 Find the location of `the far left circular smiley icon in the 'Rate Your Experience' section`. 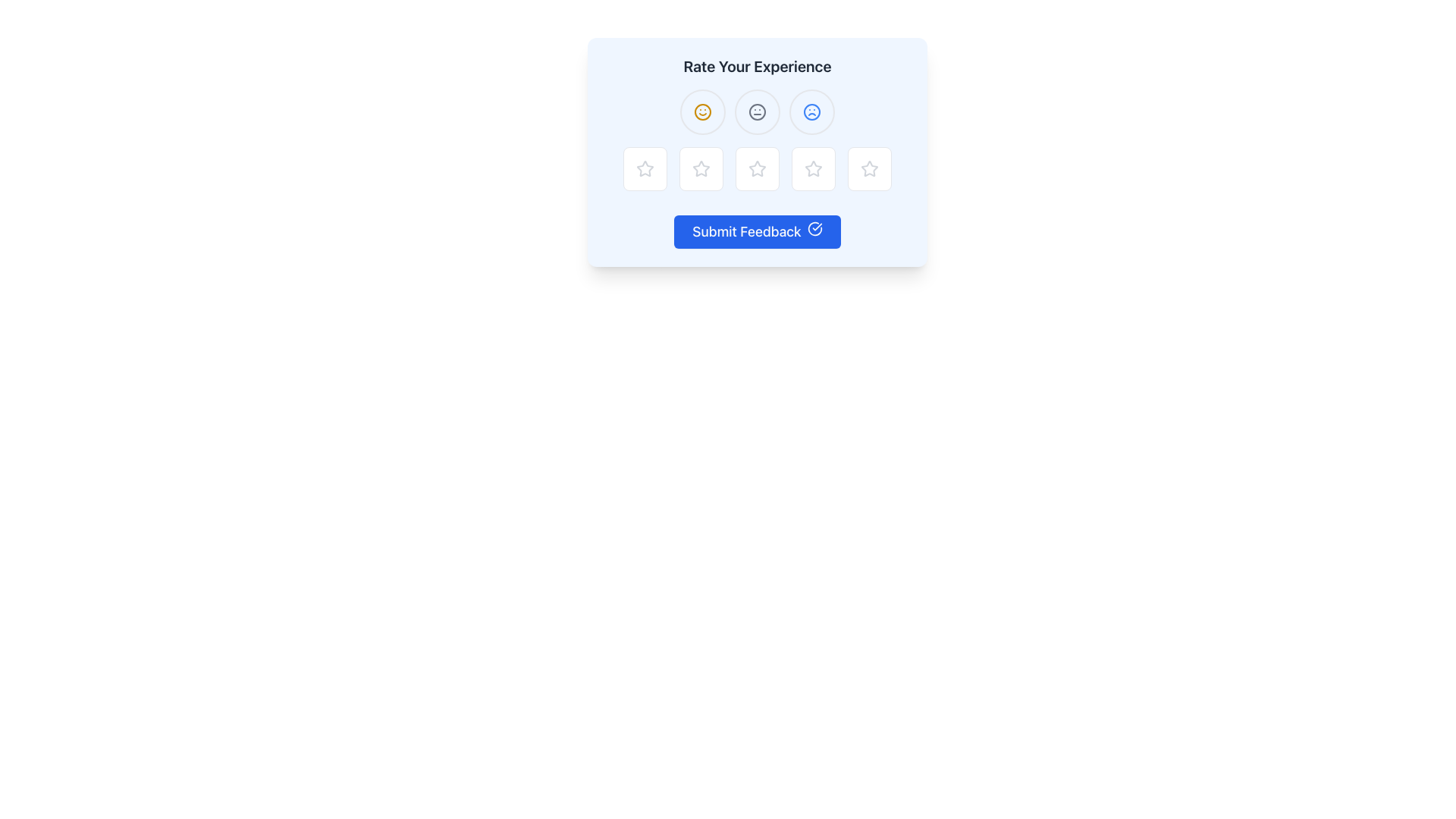

the far left circular smiley icon in the 'Rate Your Experience' section is located at coordinates (701, 111).